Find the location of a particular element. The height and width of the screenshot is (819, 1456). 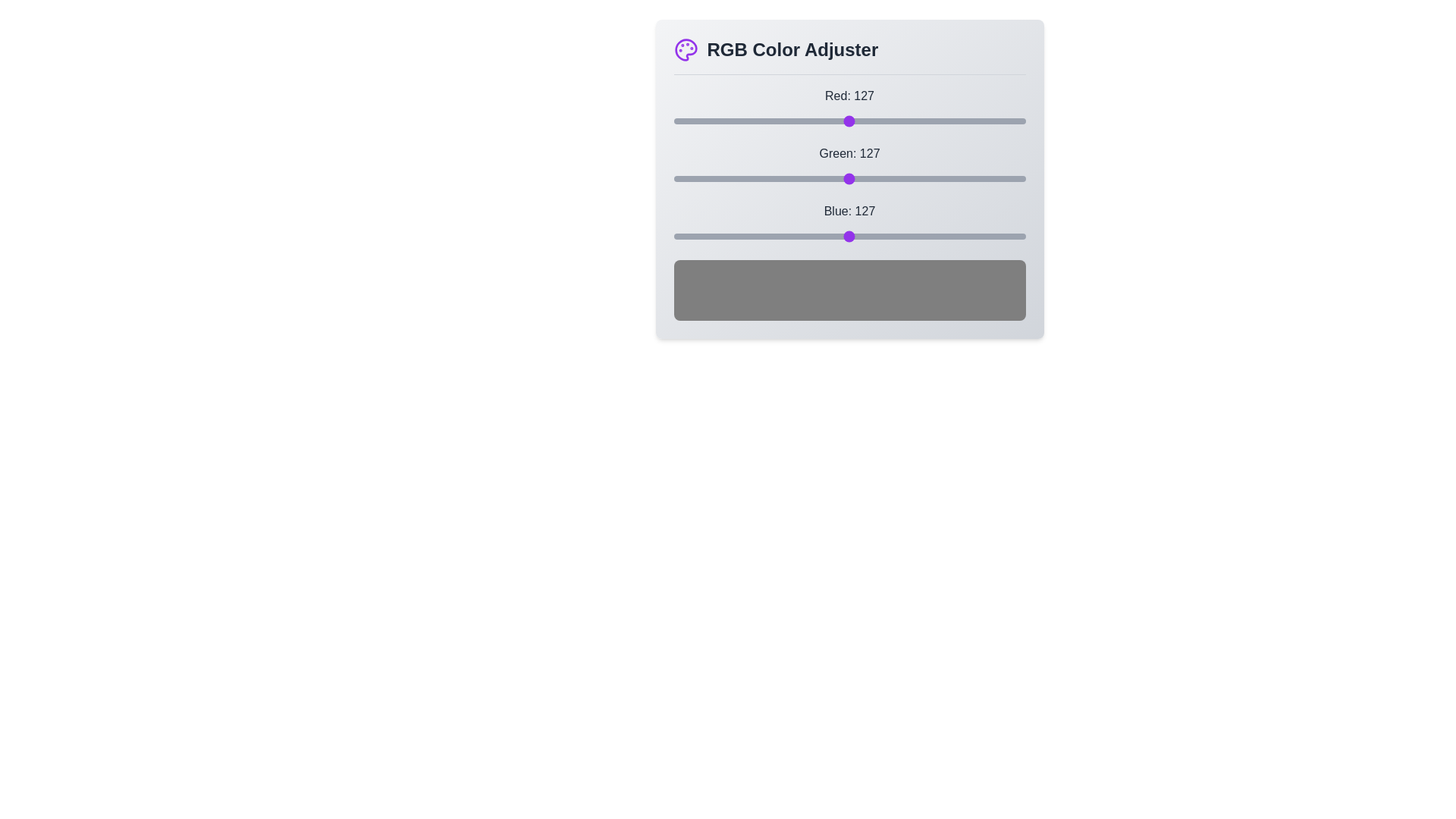

the blue slider to 62 by dragging the slider is located at coordinates (759, 237).